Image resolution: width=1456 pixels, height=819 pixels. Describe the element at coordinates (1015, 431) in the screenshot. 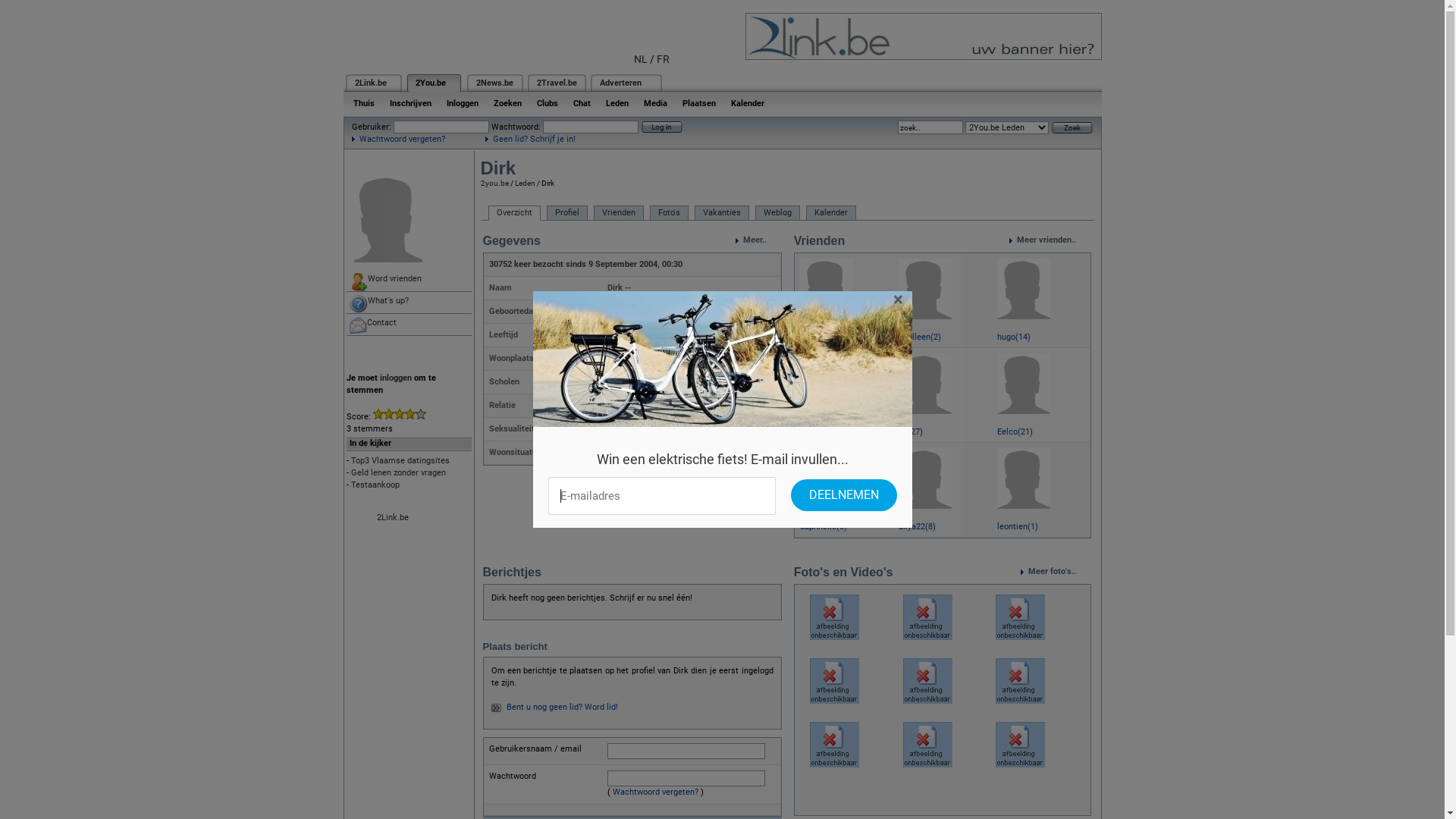

I see `'Eelco(21)'` at that location.